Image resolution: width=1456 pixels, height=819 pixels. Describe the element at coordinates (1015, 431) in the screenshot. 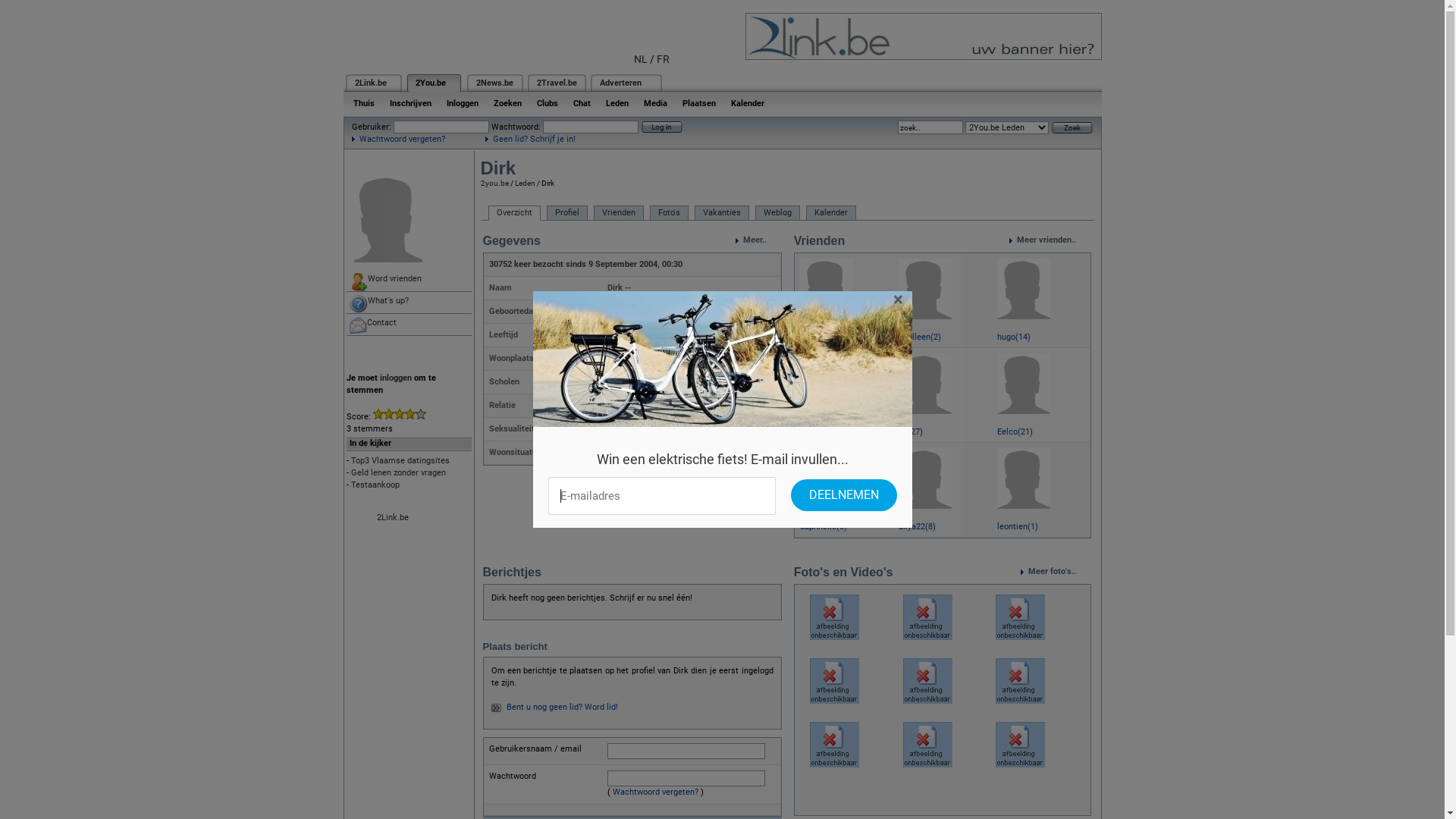

I see `'Eelco(21)'` at that location.